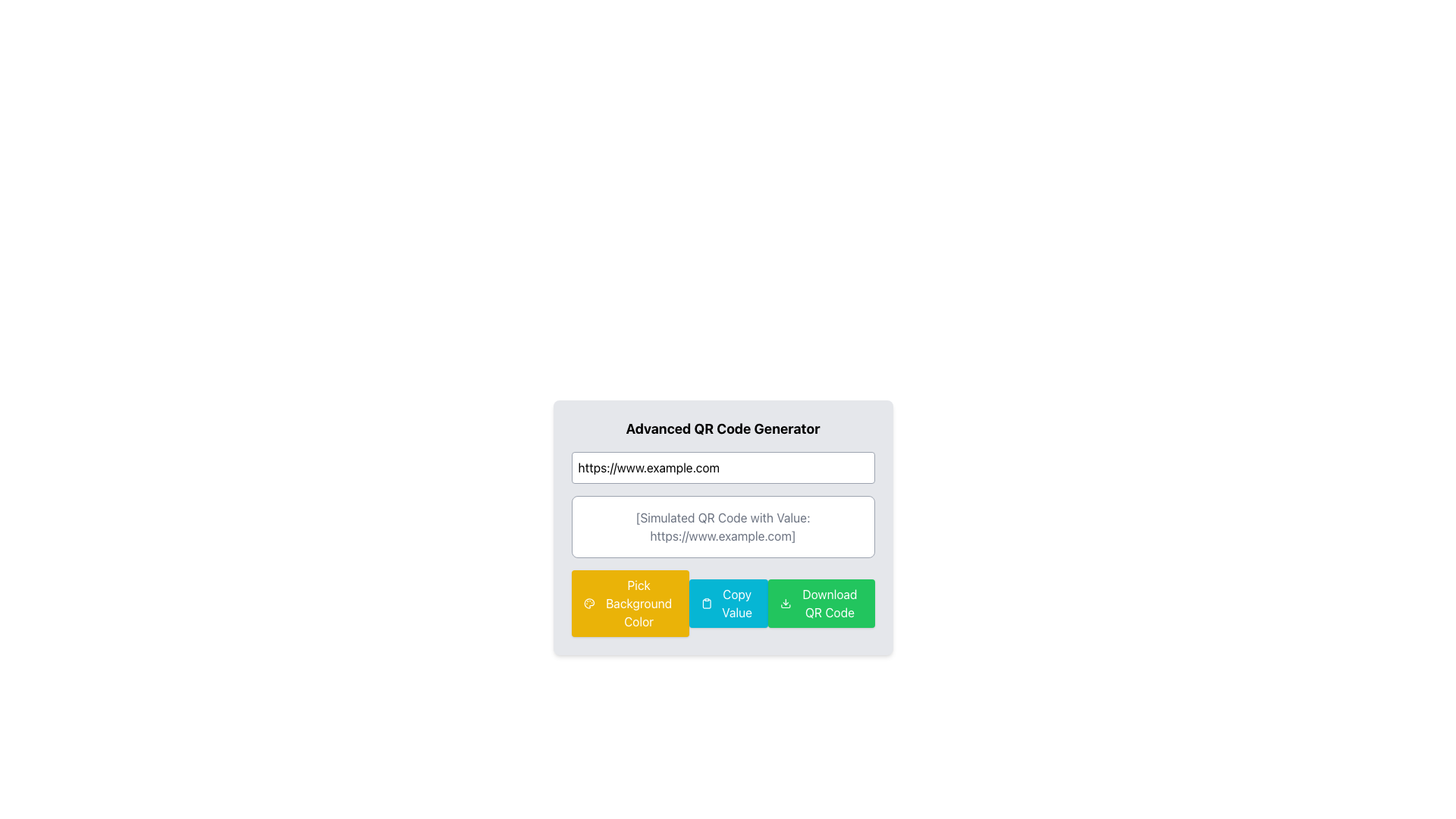  Describe the element at coordinates (786, 602) in the screenshot. I see `the download icon, which is an SVG element inside the green button labeled 'Download QR Code', located in the bottom right area of the button group below the QR display` at that location.